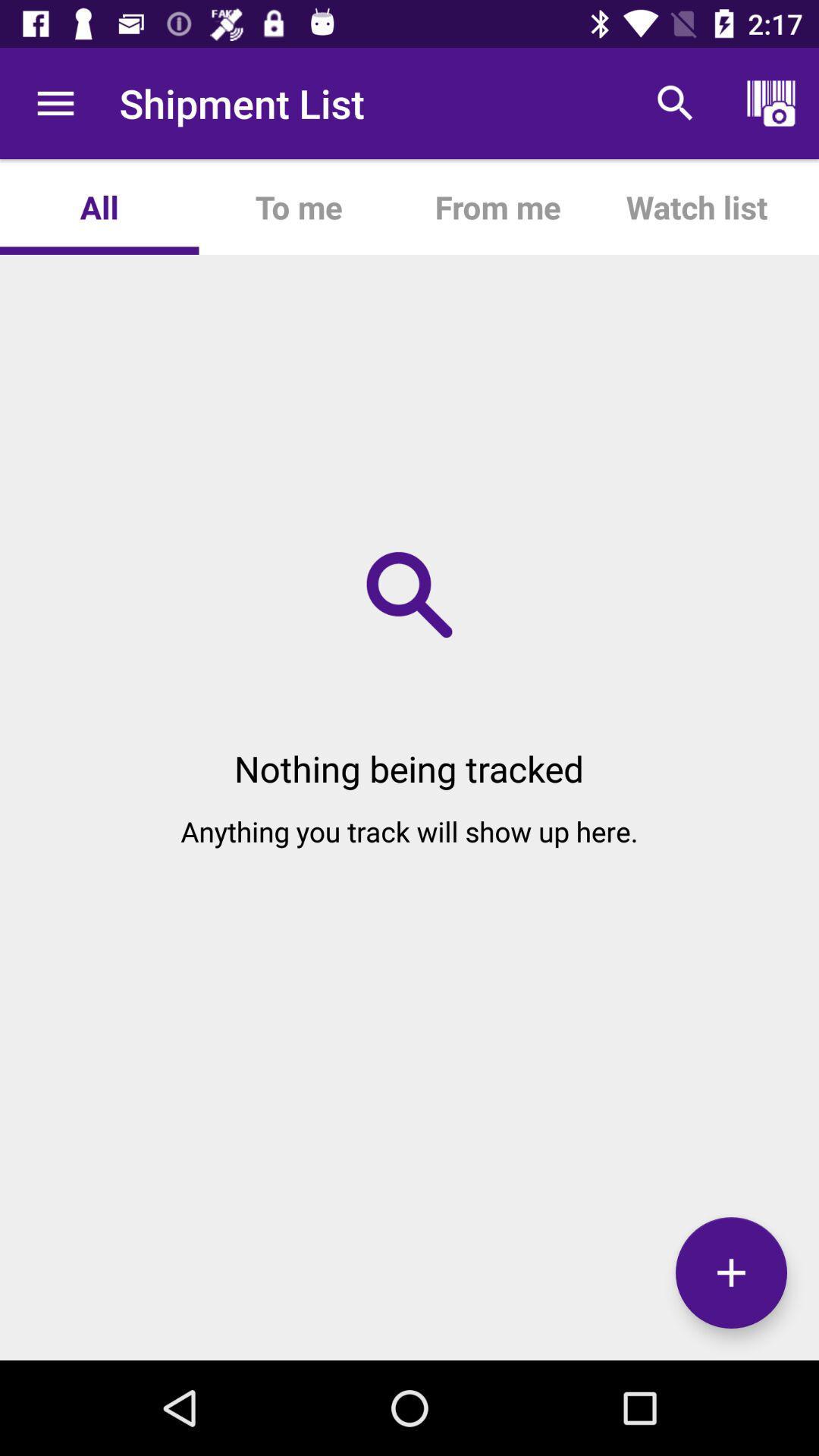  I want to click on the icon next to the to me app, so click(99, 206).